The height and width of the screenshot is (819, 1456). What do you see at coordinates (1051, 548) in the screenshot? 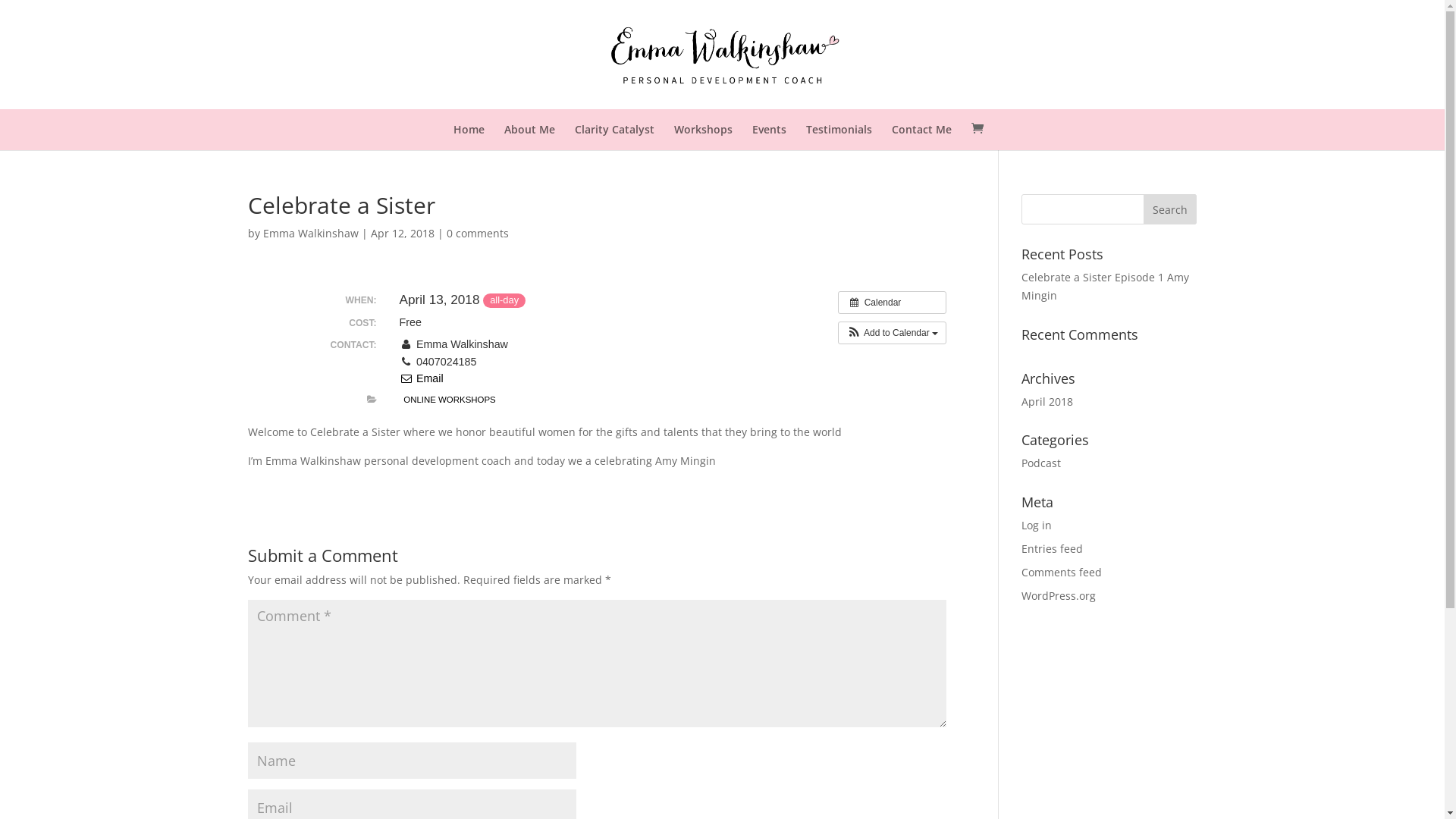
I see `'Entries feed'` at bounding box center [1051, 548].